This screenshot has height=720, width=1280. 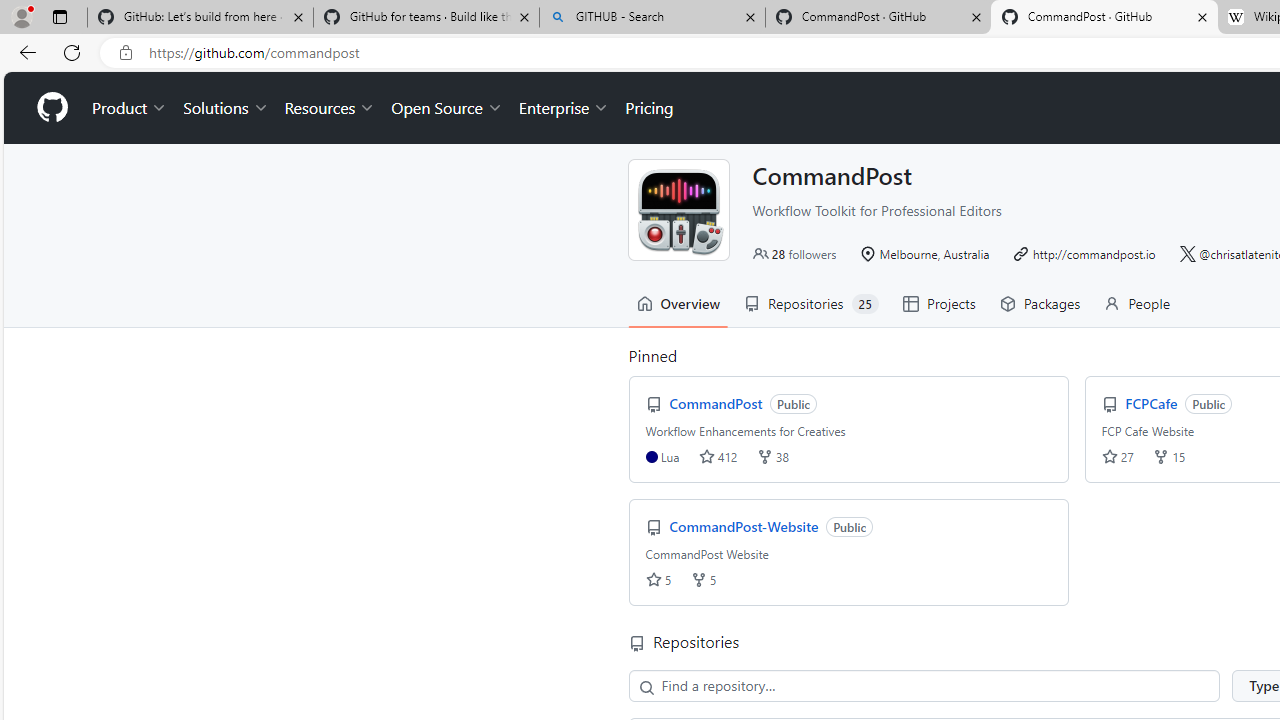 What do you see at coordinates (1169, 456) in the screenshot?
I see `'forks 15'` at bounding box center [1169, 456].